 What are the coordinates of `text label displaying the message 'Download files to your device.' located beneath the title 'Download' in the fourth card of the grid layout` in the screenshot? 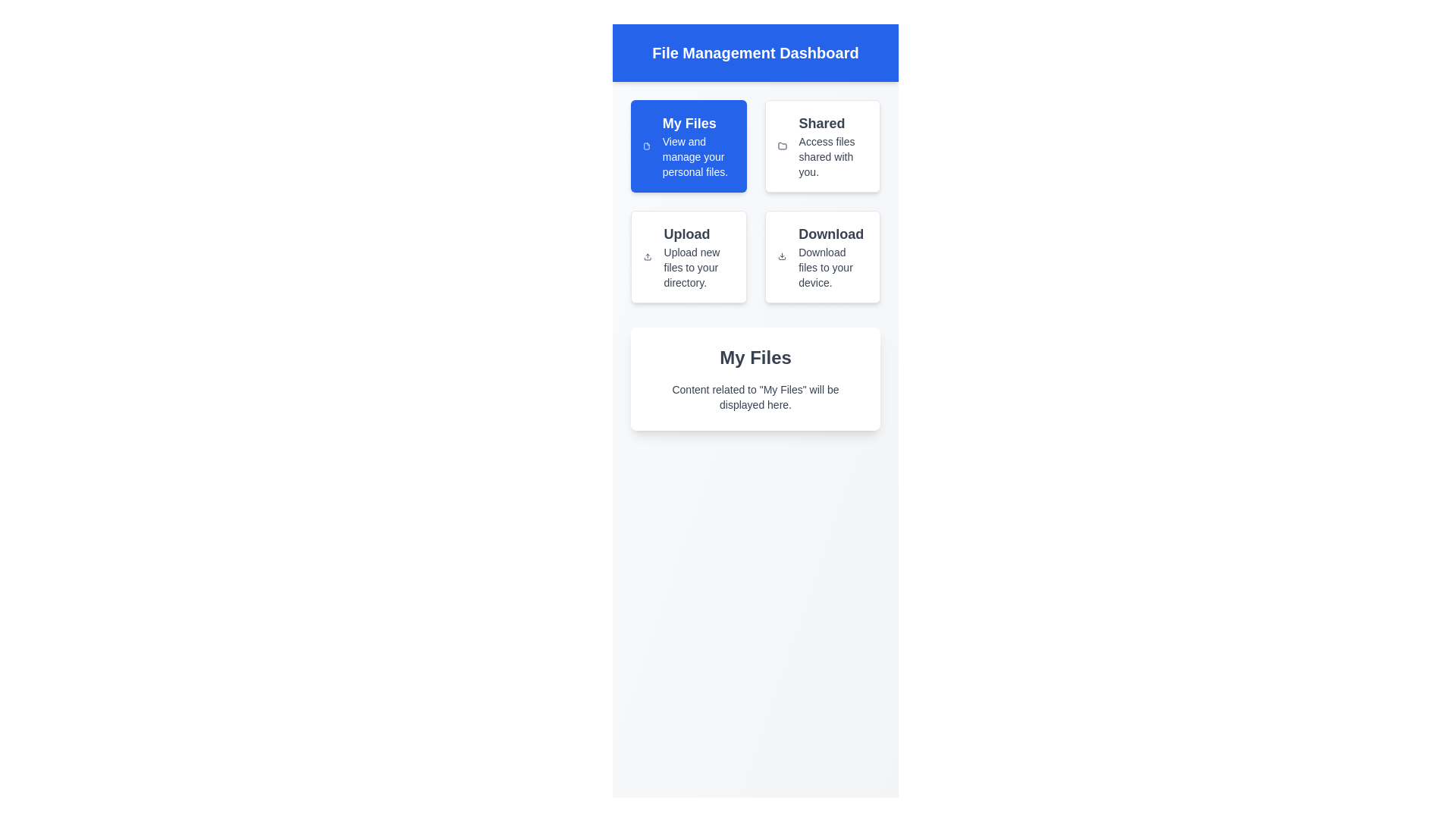 It's located at (832, 267).